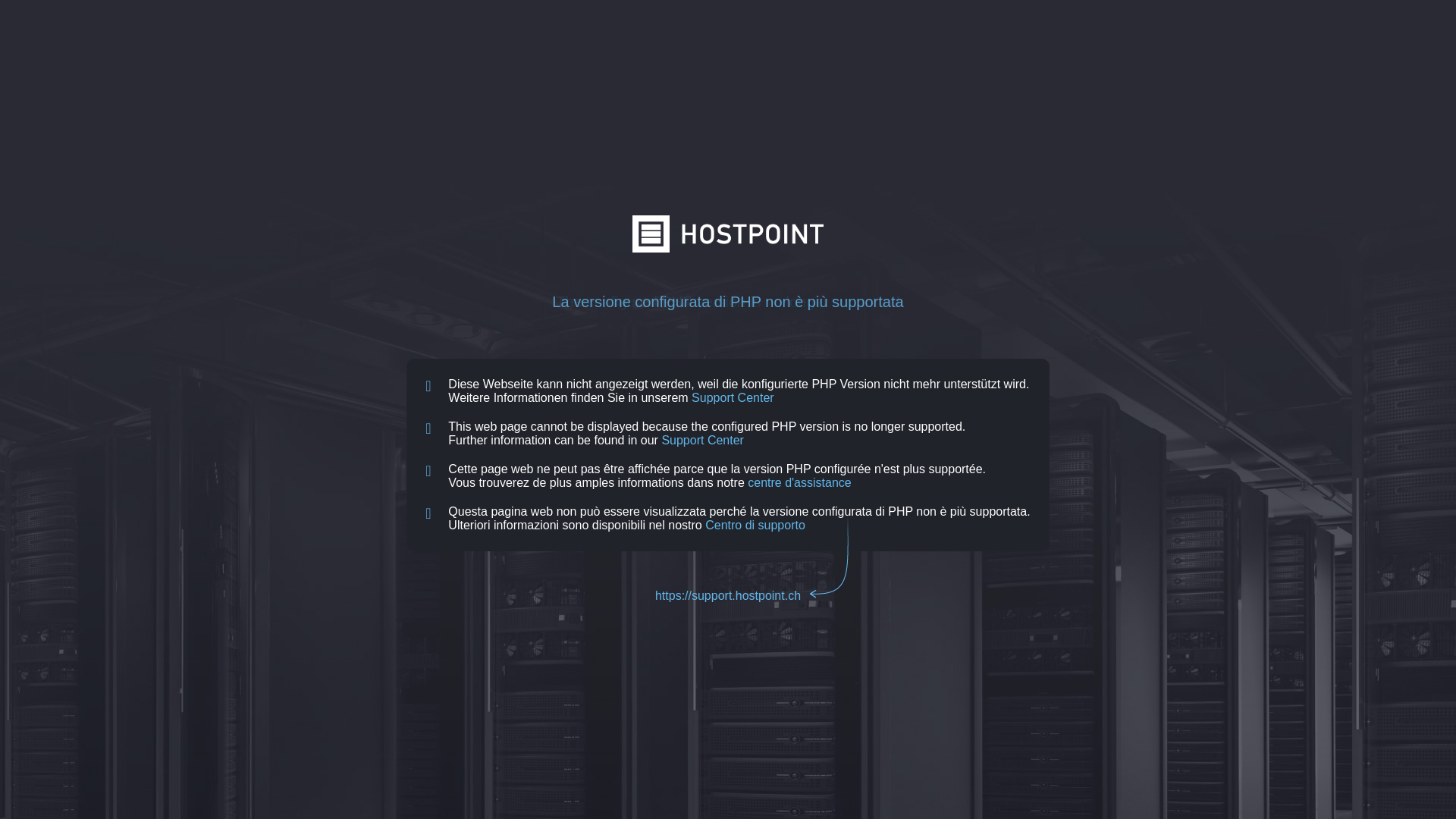 This screenshot has height=819, width=1456. Describe the element at coordinates (701, 440) in the screenshot. I see `'Support Center'` at that location.